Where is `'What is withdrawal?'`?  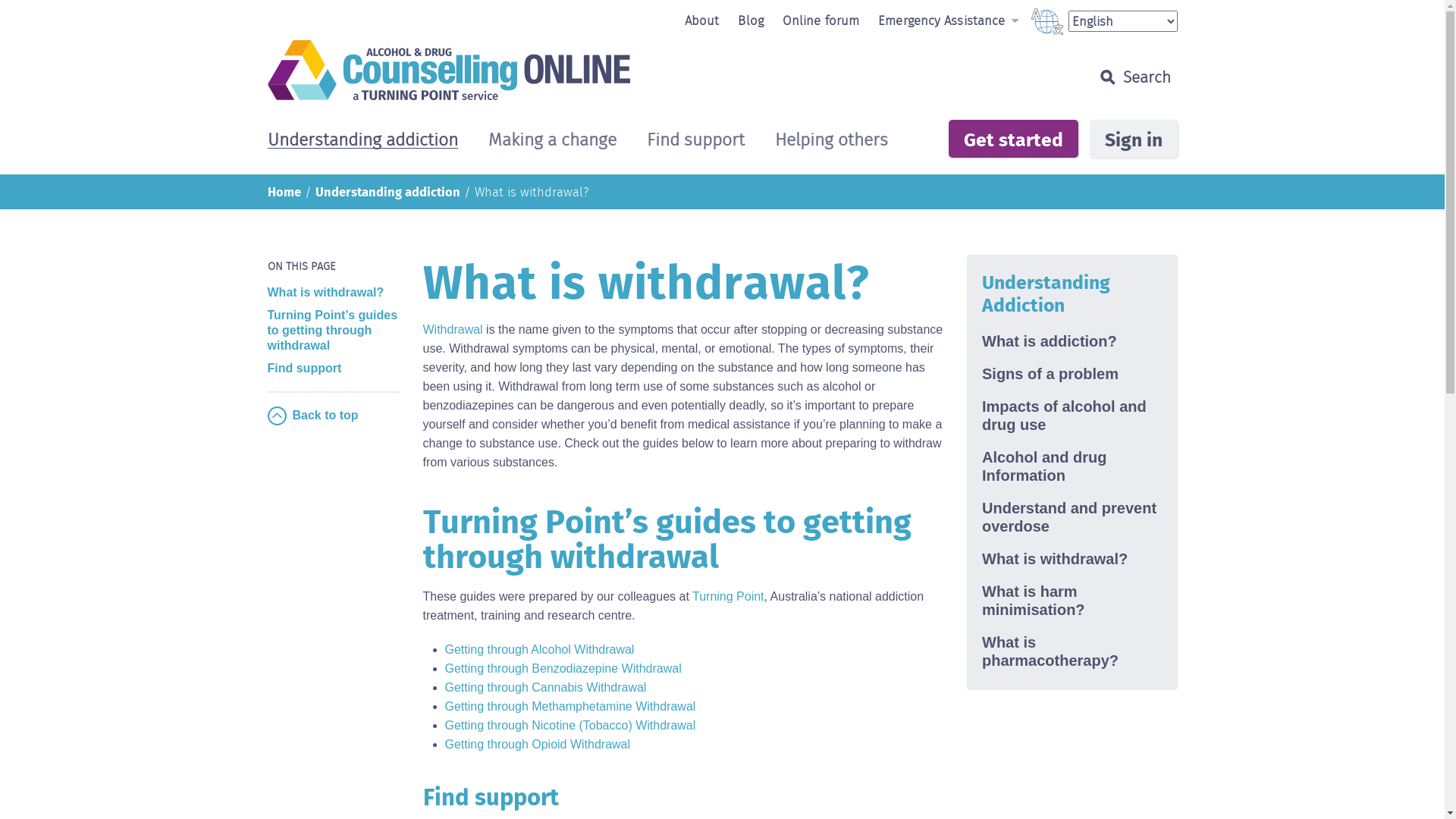 'What is withdrawal?' is located at coordinates (332, 292).